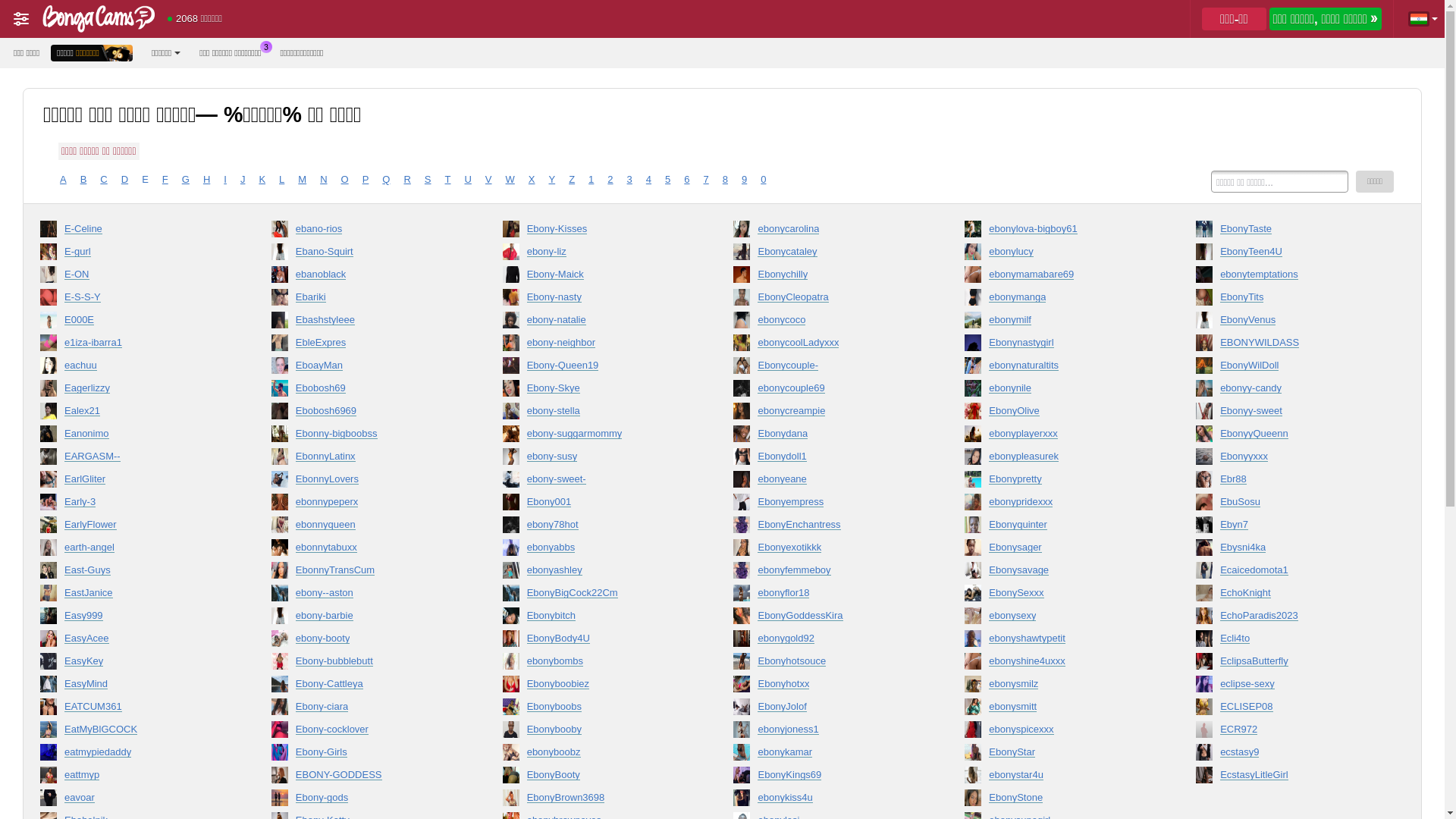  Describe the element at coordinates (365, 573) in the screenshot. I see `'EbonnyTransCum'` at that location.